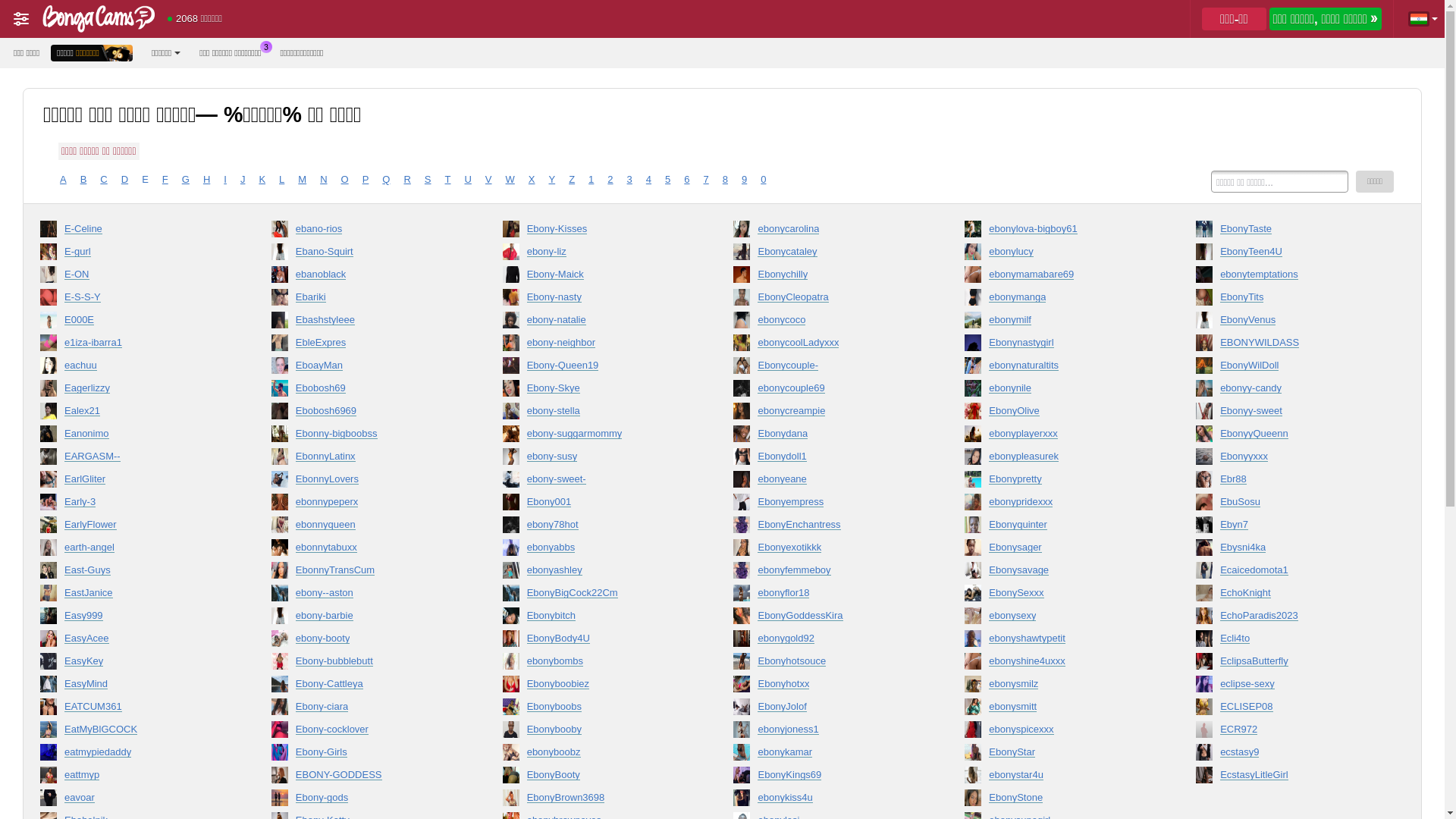  Describe the element at coordinates (365, 573) in the screenshot. I see `'EbonnyTransCum'` at that location.